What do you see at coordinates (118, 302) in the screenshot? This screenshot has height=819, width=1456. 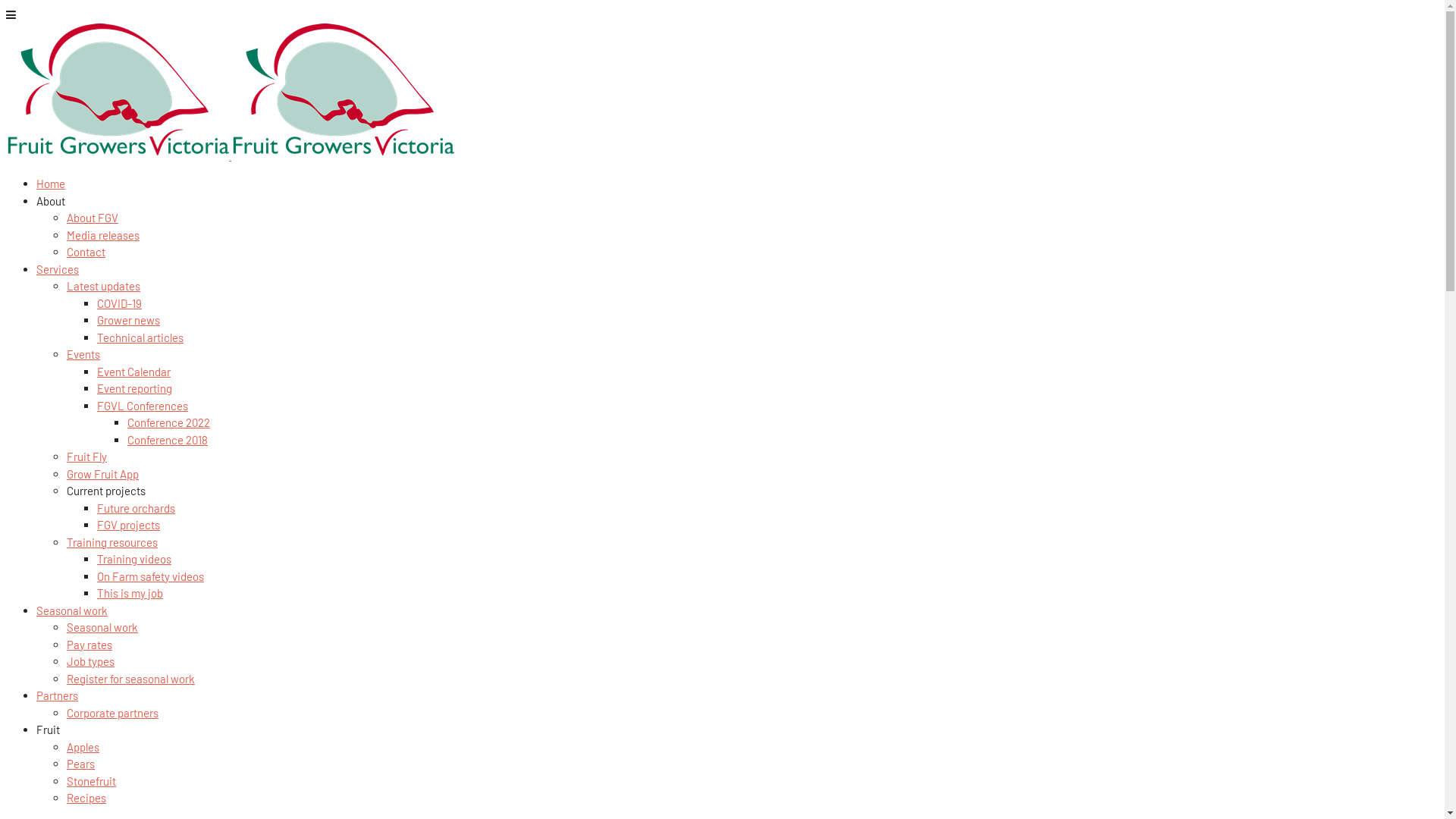 I see `'COVID-19'` at bounding box center [118, 302].